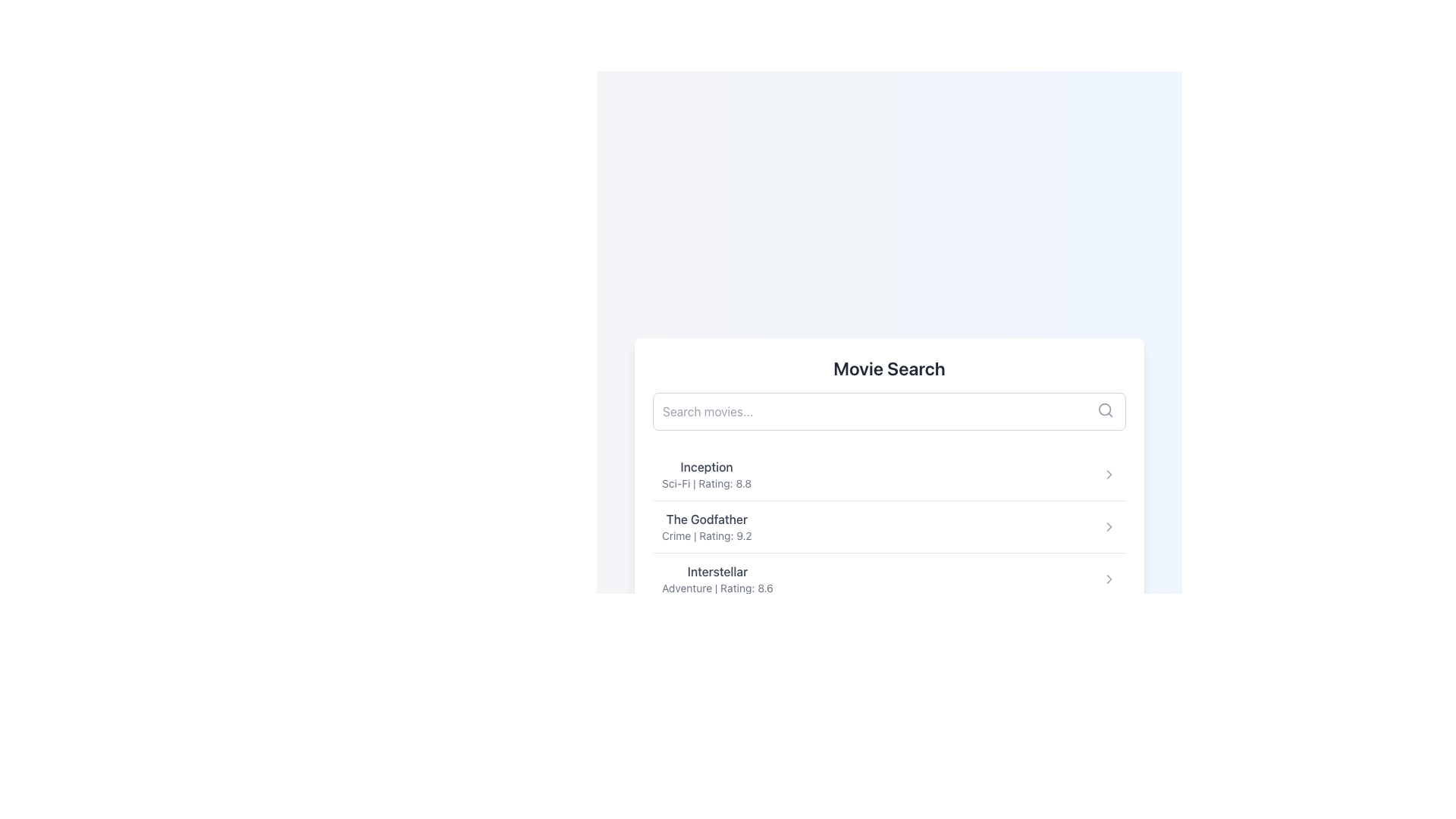 The height and width of the screenshot is (819, 1456). What do you see at coordinates (1109, 579) in the screenshot?
I see `the chevron button located to the right of the text 'InterstellarAdventure | Rating: 8.6'` at bounding box center [1109, 579].